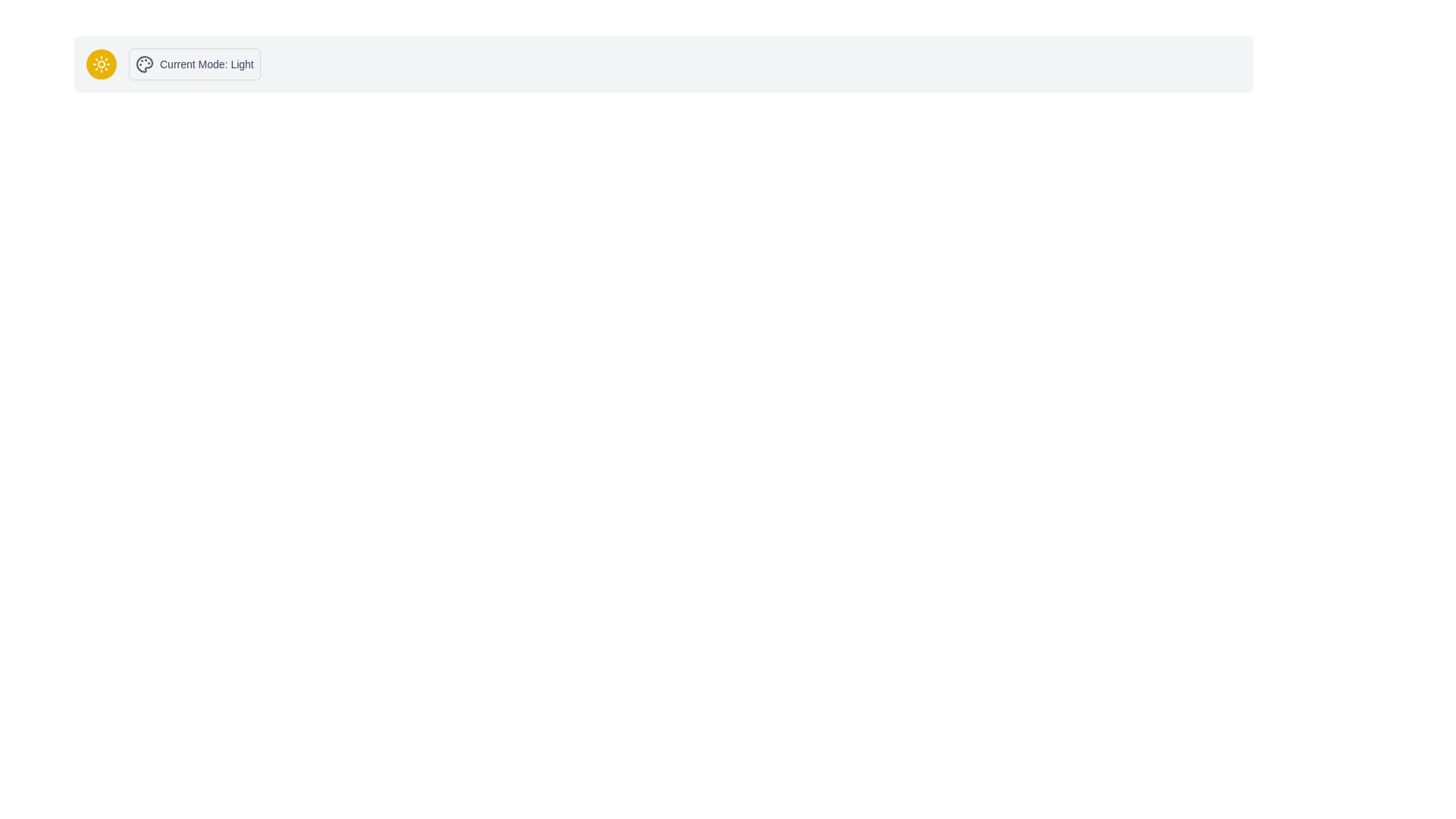 The image size is (1456, 819). What do you see at coordinates (145, 63) in the screenshot?
I see `the SVG graphical element shaped like a painter's palette located in the top left corner of the interface, near the current mode label` at bounding box center [145, 63].